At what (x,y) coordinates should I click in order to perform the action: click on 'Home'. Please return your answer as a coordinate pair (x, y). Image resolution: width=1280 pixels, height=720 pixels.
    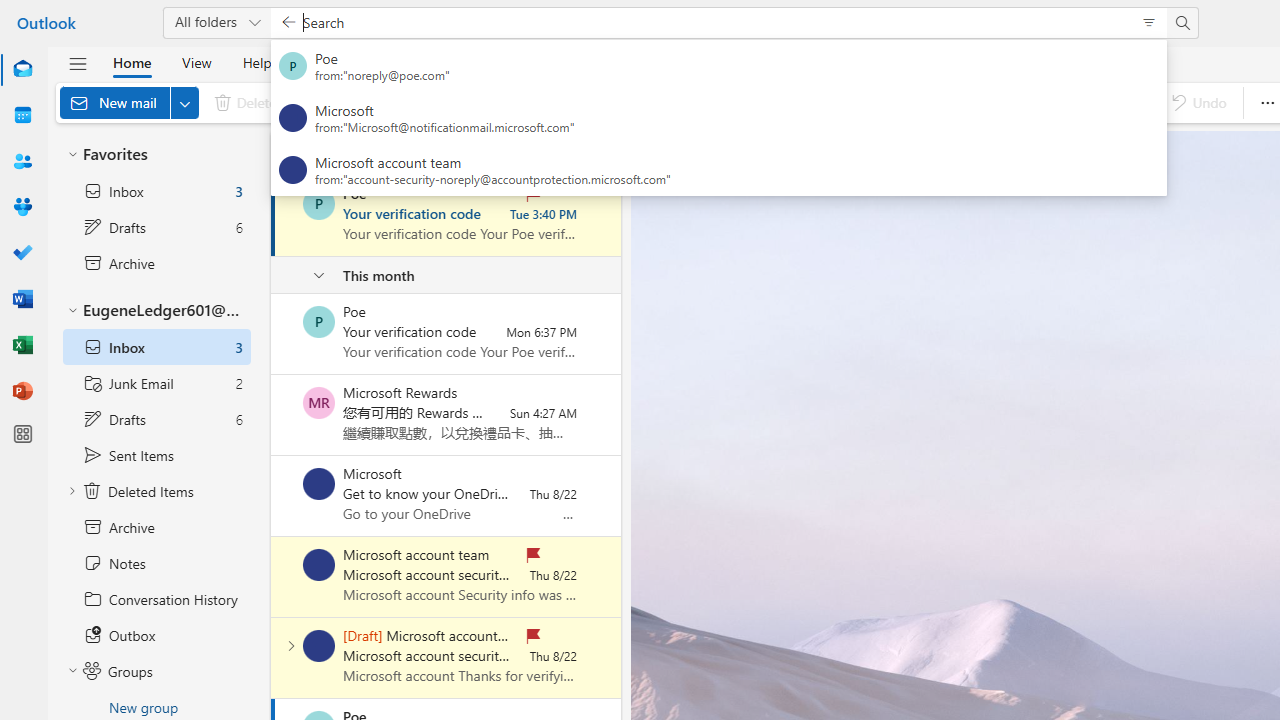
    Looking at the image, I should click on (131, 61).